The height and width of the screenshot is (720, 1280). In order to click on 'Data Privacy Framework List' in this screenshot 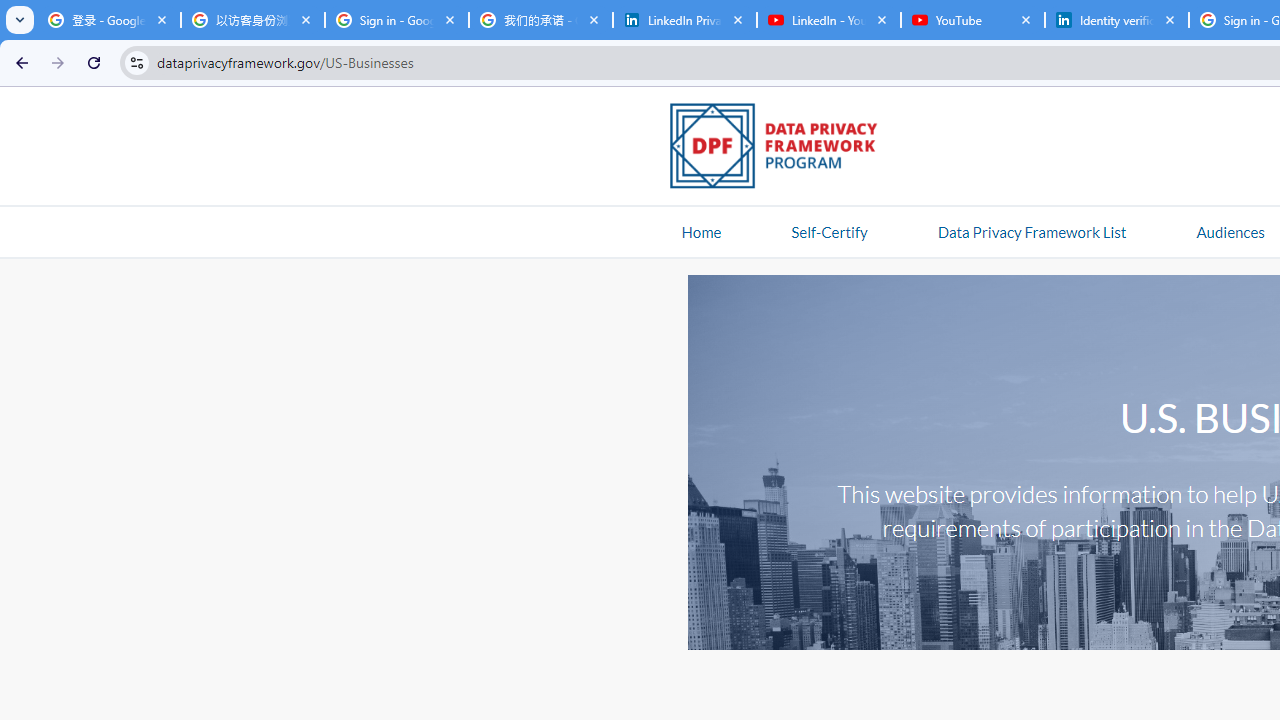, I will do `click(1031, 230)`.